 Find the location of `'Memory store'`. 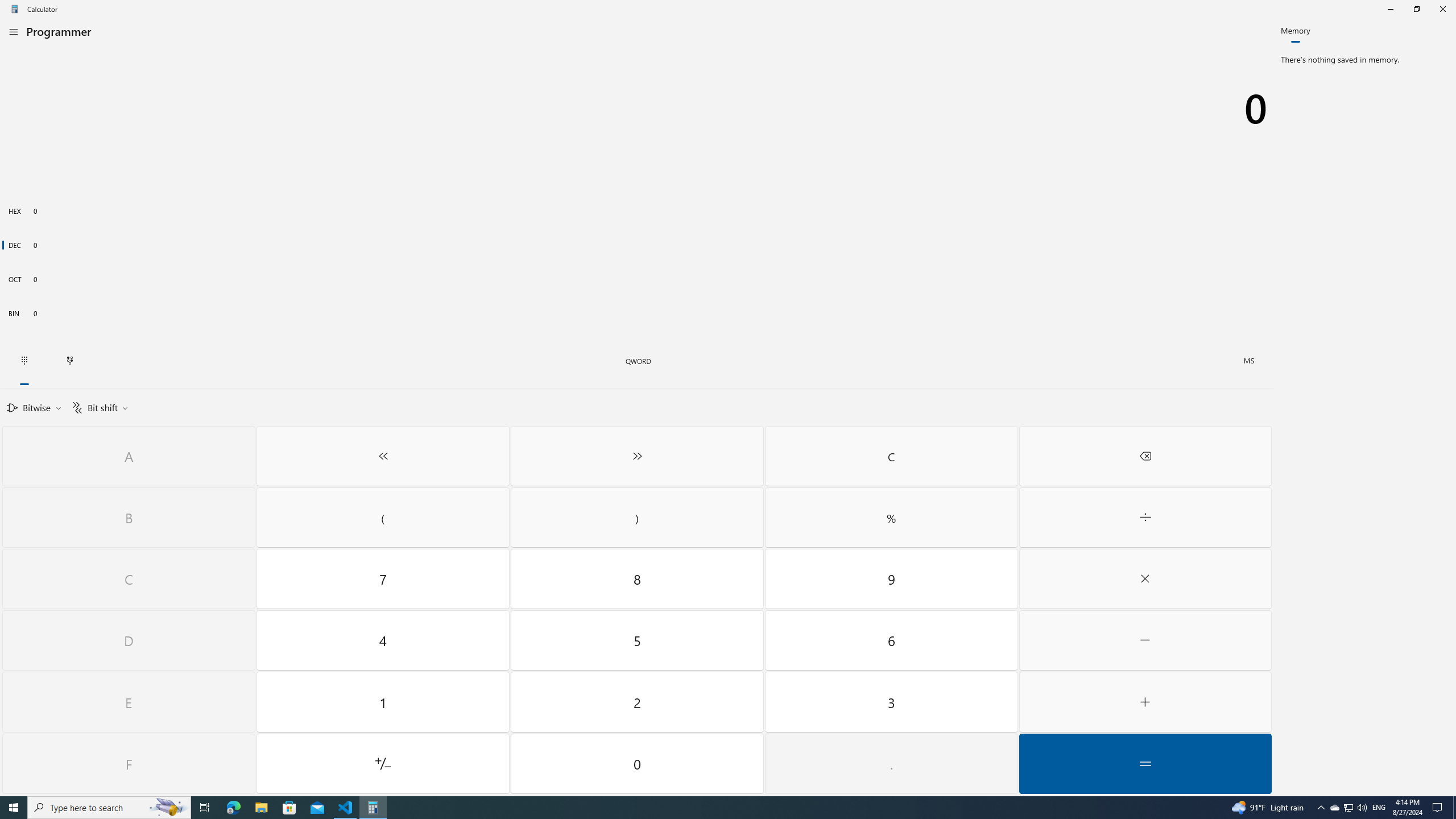

'Memory store' is located at coordinates (1249, 361).